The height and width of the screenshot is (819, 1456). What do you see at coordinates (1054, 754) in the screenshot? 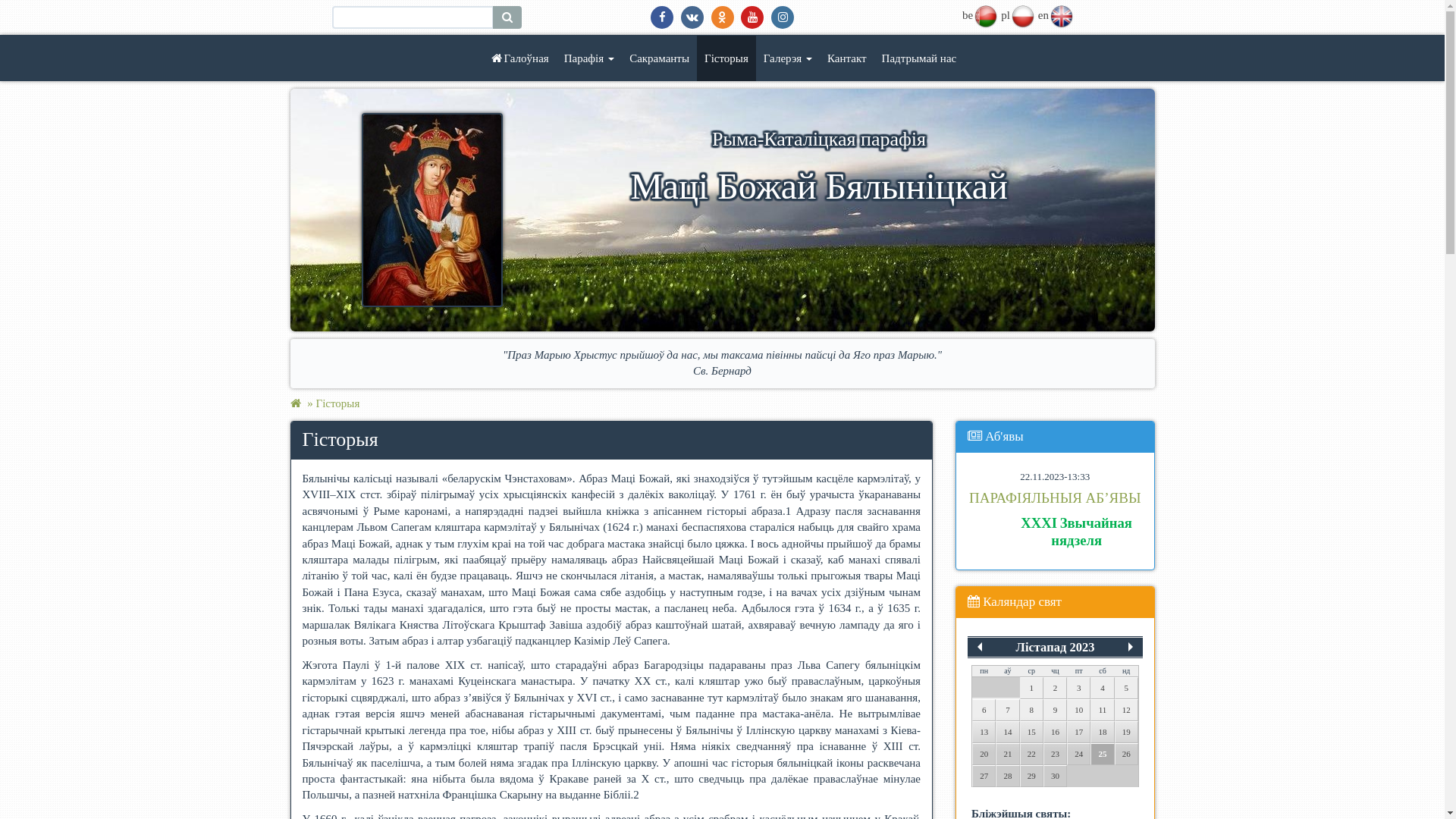
I see `'23'` at bounding box center [1054, 754].